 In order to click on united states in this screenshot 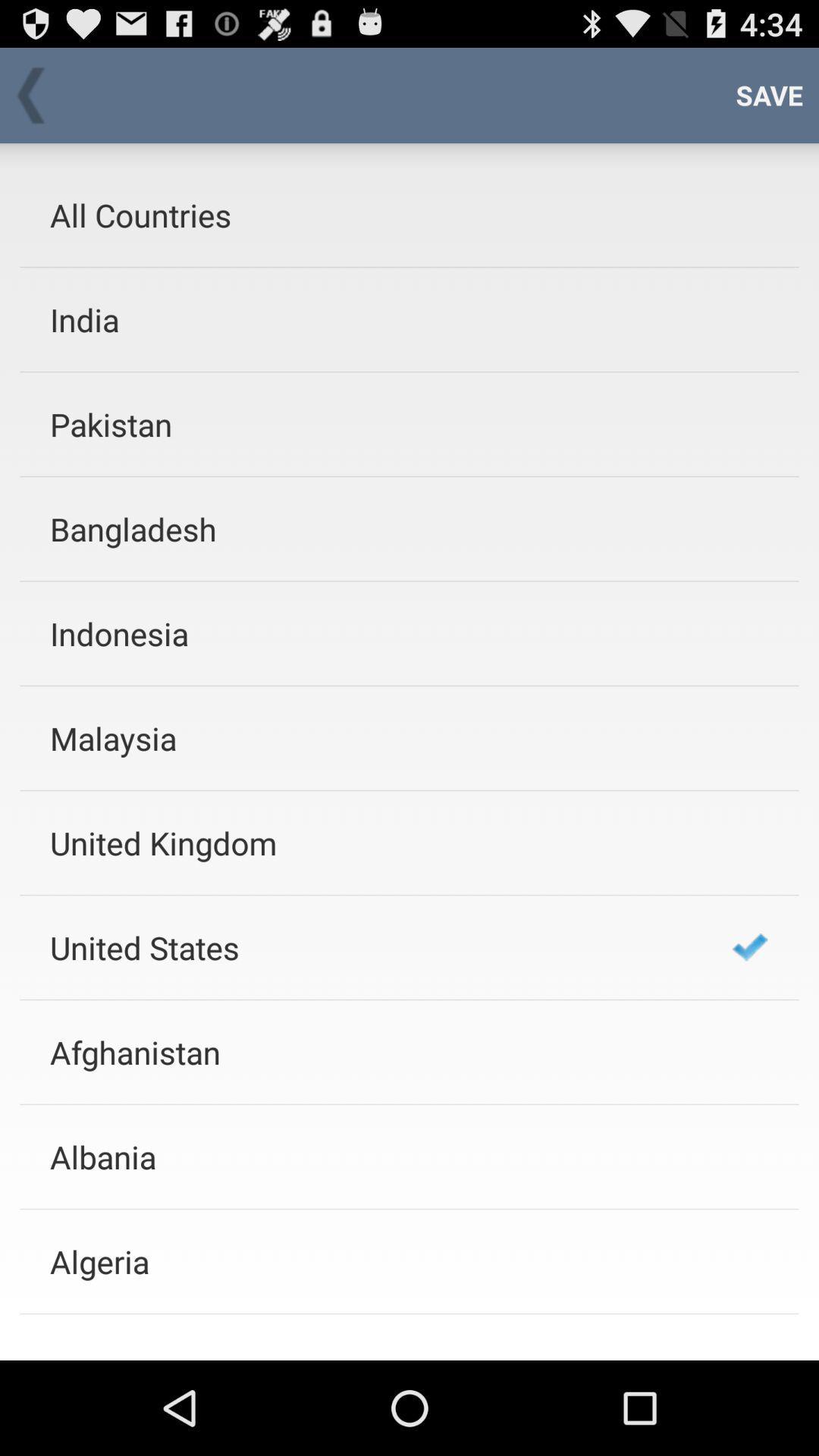, I will do `click(371, 946)`.